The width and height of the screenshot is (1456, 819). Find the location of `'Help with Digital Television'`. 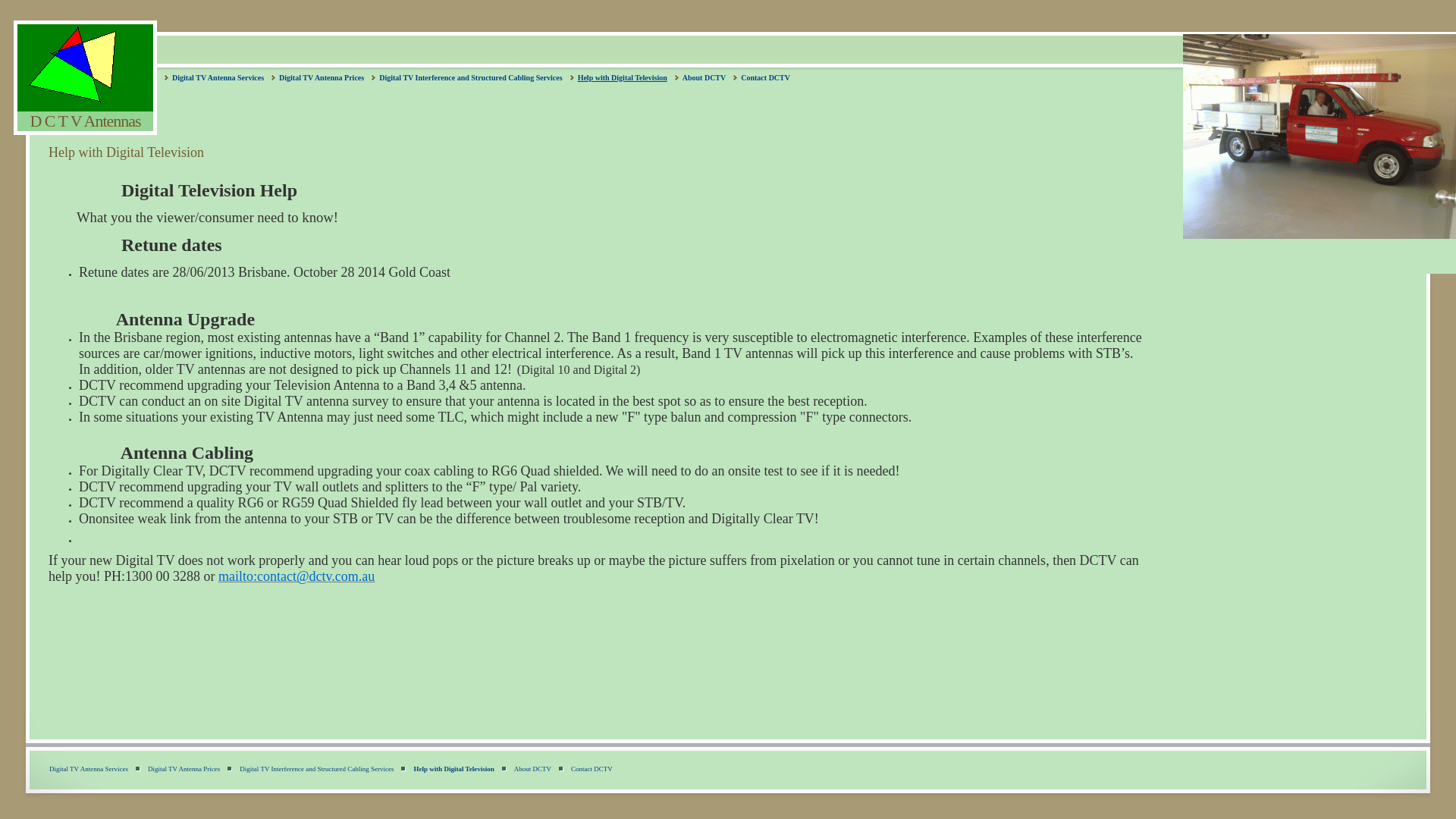

'Help with Digital Television' is located at coordinates (577, 77).